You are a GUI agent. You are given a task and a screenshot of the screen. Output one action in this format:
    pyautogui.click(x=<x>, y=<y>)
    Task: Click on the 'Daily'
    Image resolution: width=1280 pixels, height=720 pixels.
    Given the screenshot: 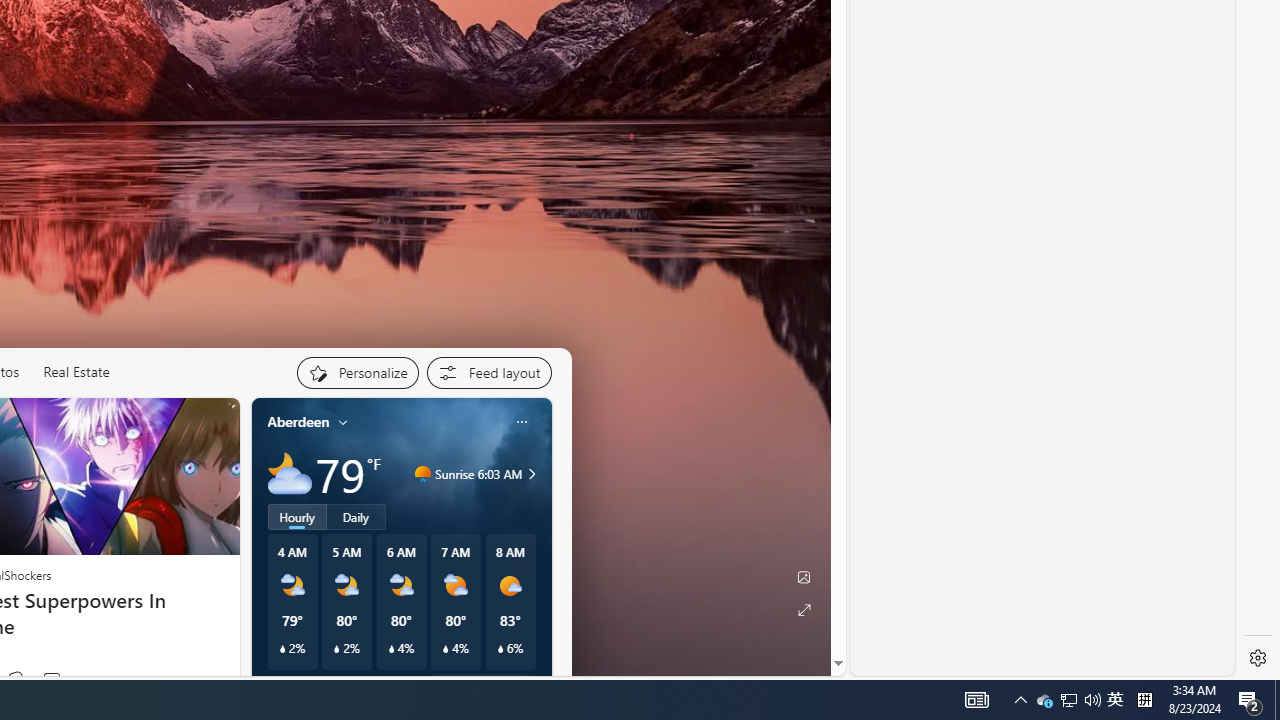 What is the action you would take?
    pyautogui.click(x=356, y=515)
    